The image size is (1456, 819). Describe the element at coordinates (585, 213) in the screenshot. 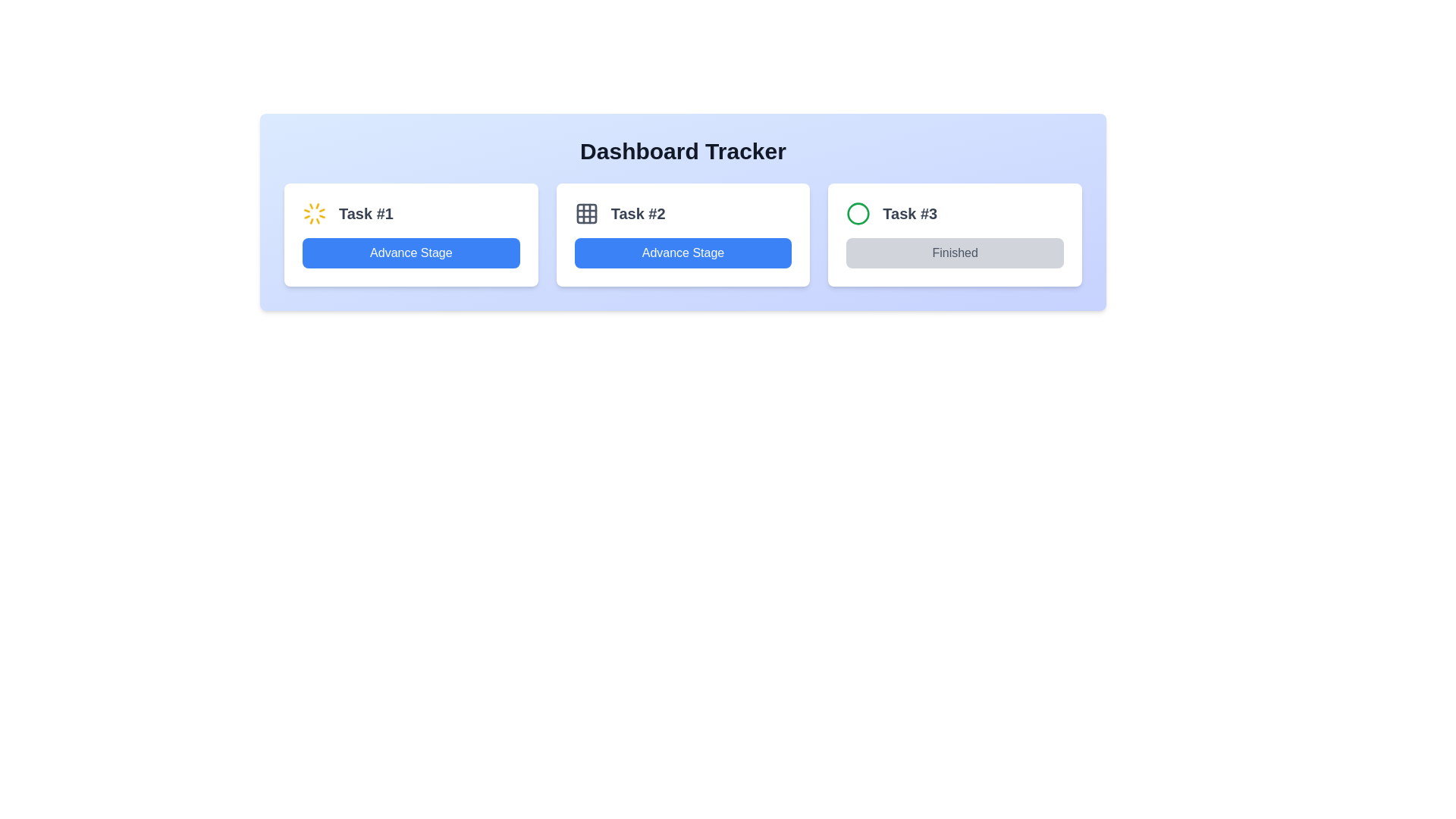

I see `the square grid icon with a dark gray outline and transparent fill located at the top-left corner of the task card labeled 'Task #2'` at that location.